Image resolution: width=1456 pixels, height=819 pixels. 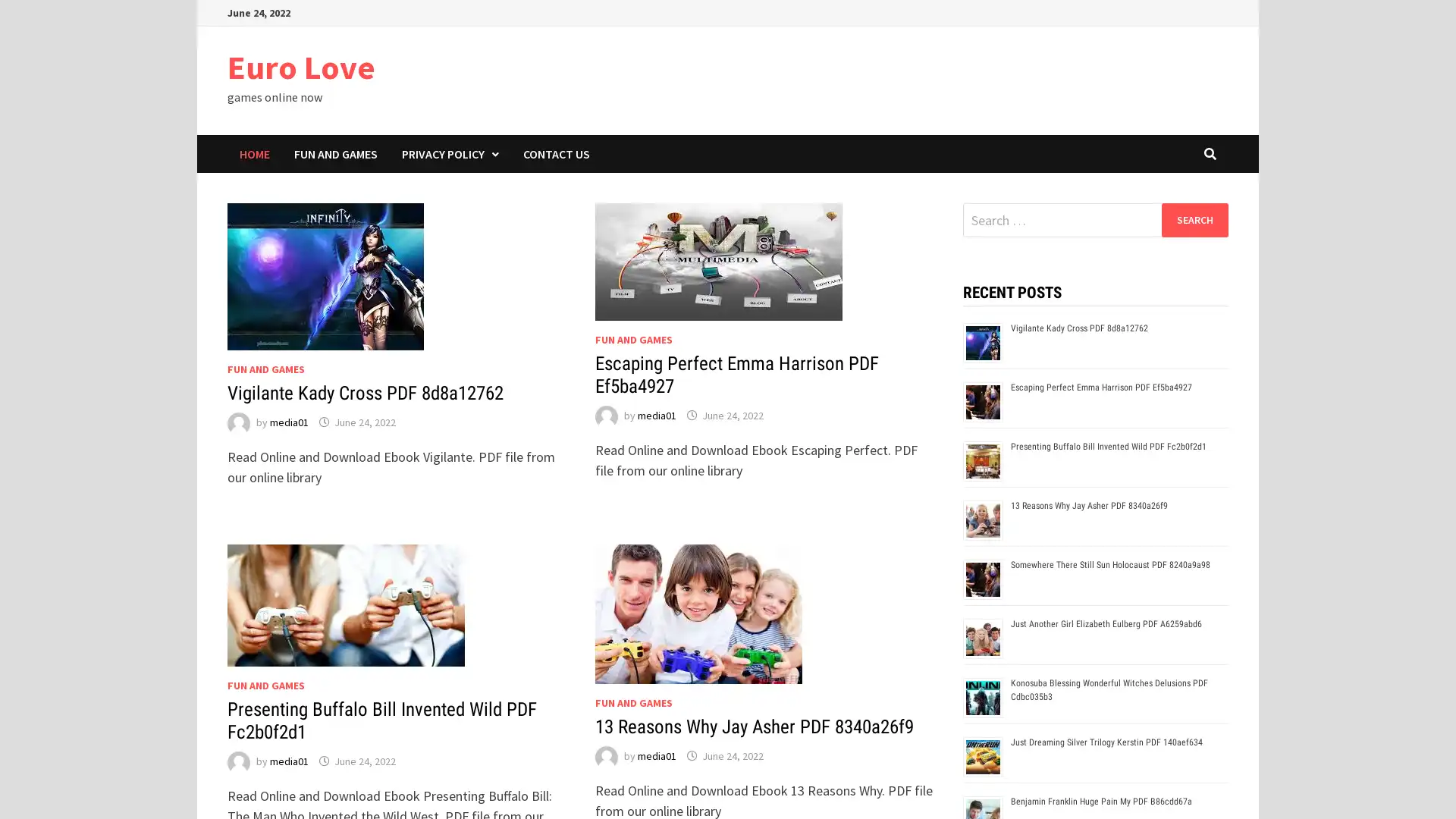 I want to click on Search, so click(x=1194, y=219).